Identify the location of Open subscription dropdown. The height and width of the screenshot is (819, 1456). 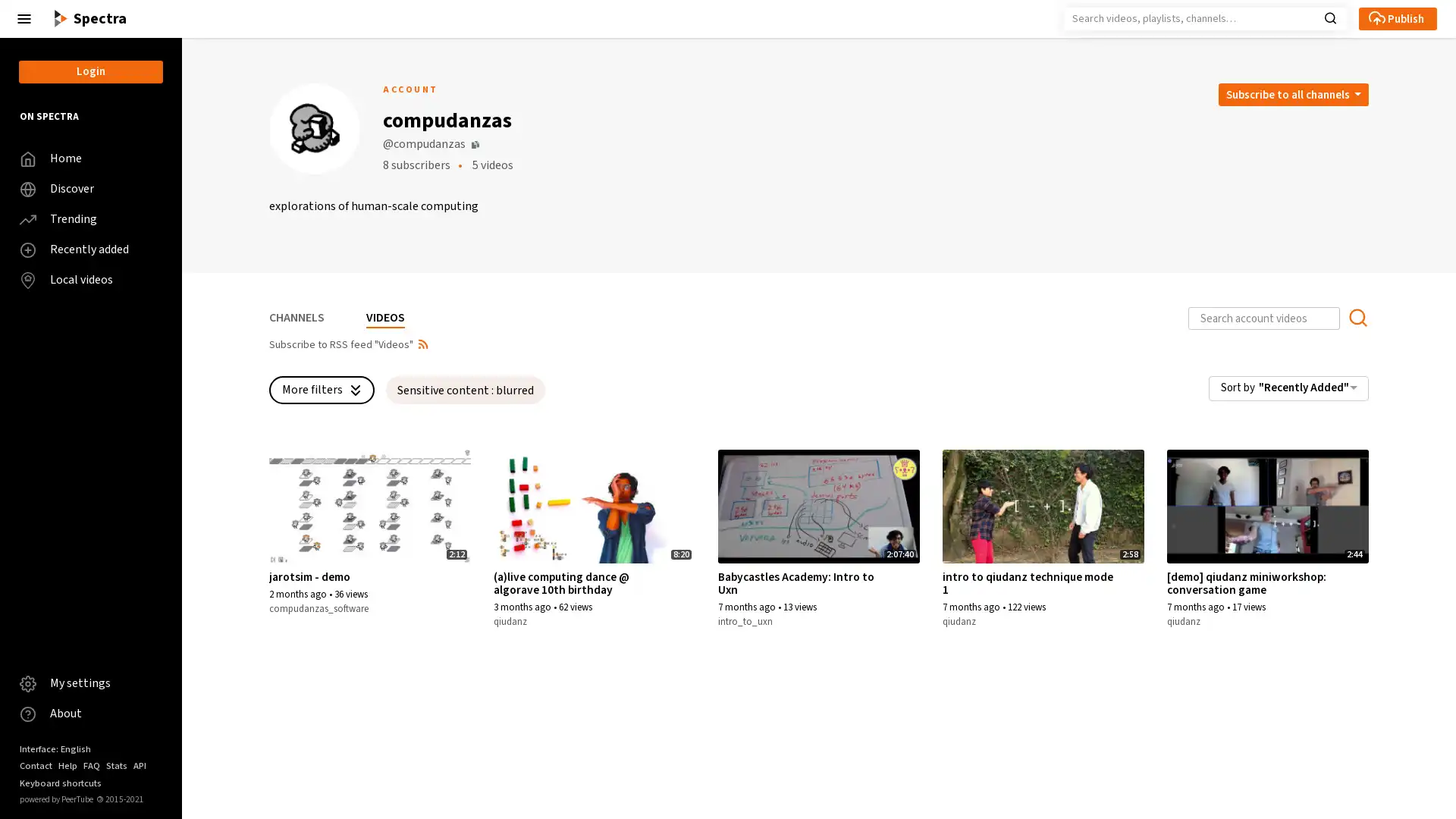
(1291, 94).